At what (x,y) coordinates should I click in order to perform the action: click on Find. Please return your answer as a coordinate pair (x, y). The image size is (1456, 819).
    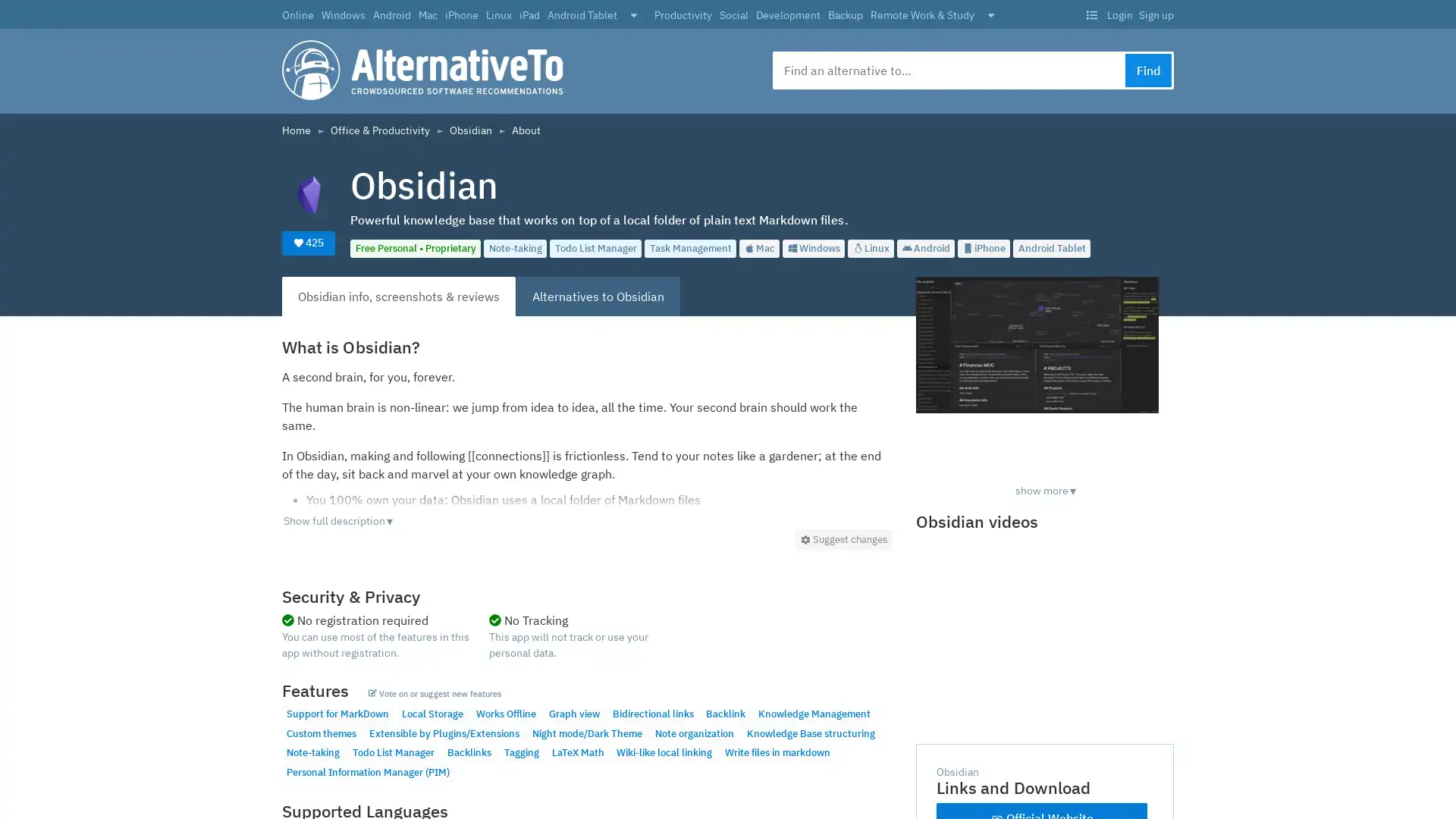
    Looking at the image, I should click on (1148, 70).